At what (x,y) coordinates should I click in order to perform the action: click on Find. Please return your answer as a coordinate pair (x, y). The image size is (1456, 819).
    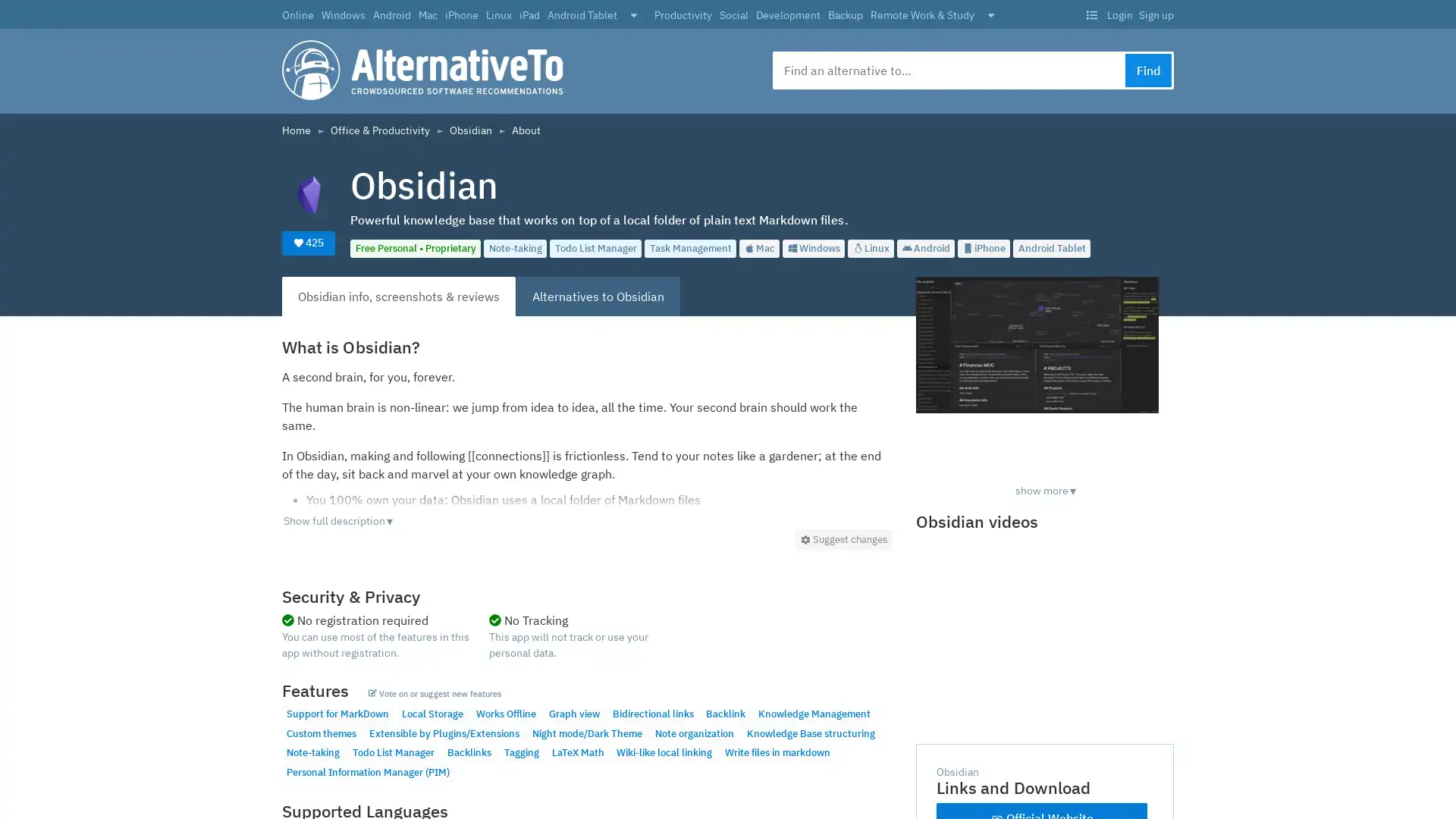
    Looking at the image, I should click on (1148, 70).